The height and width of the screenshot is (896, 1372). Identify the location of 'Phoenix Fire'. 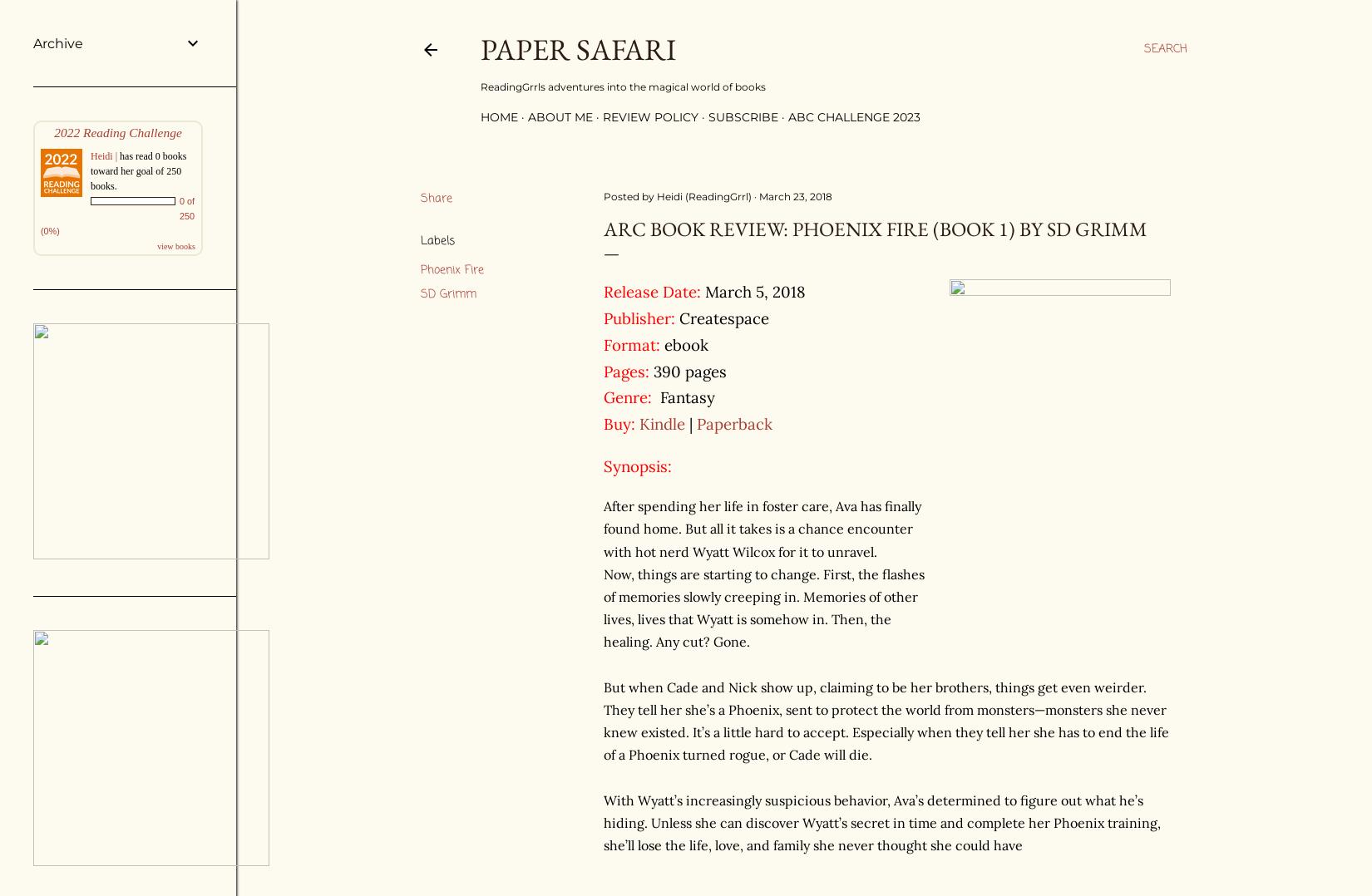
(452, 269).